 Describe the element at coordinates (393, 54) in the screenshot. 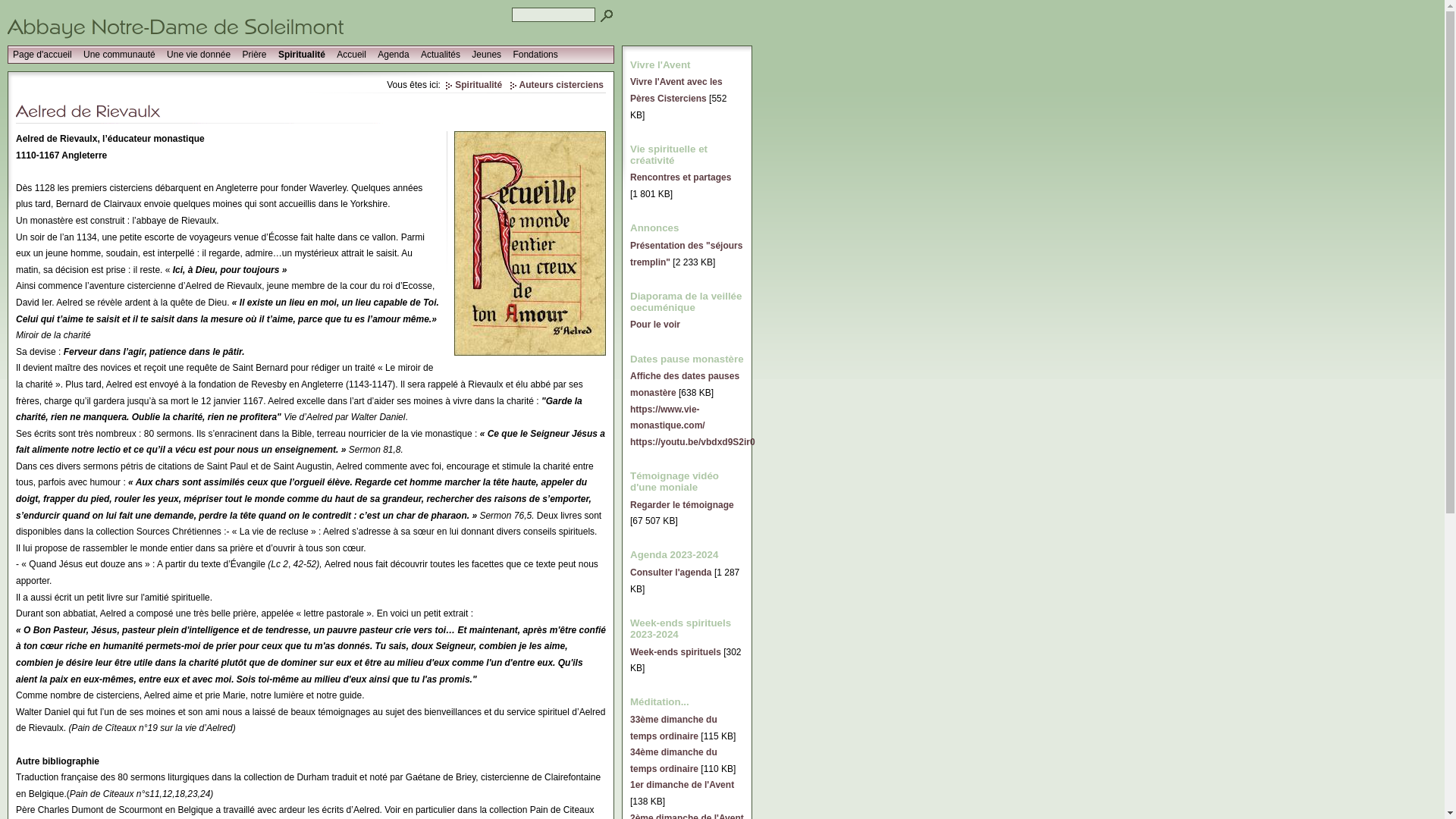

I see `'Agenda'` at that location.